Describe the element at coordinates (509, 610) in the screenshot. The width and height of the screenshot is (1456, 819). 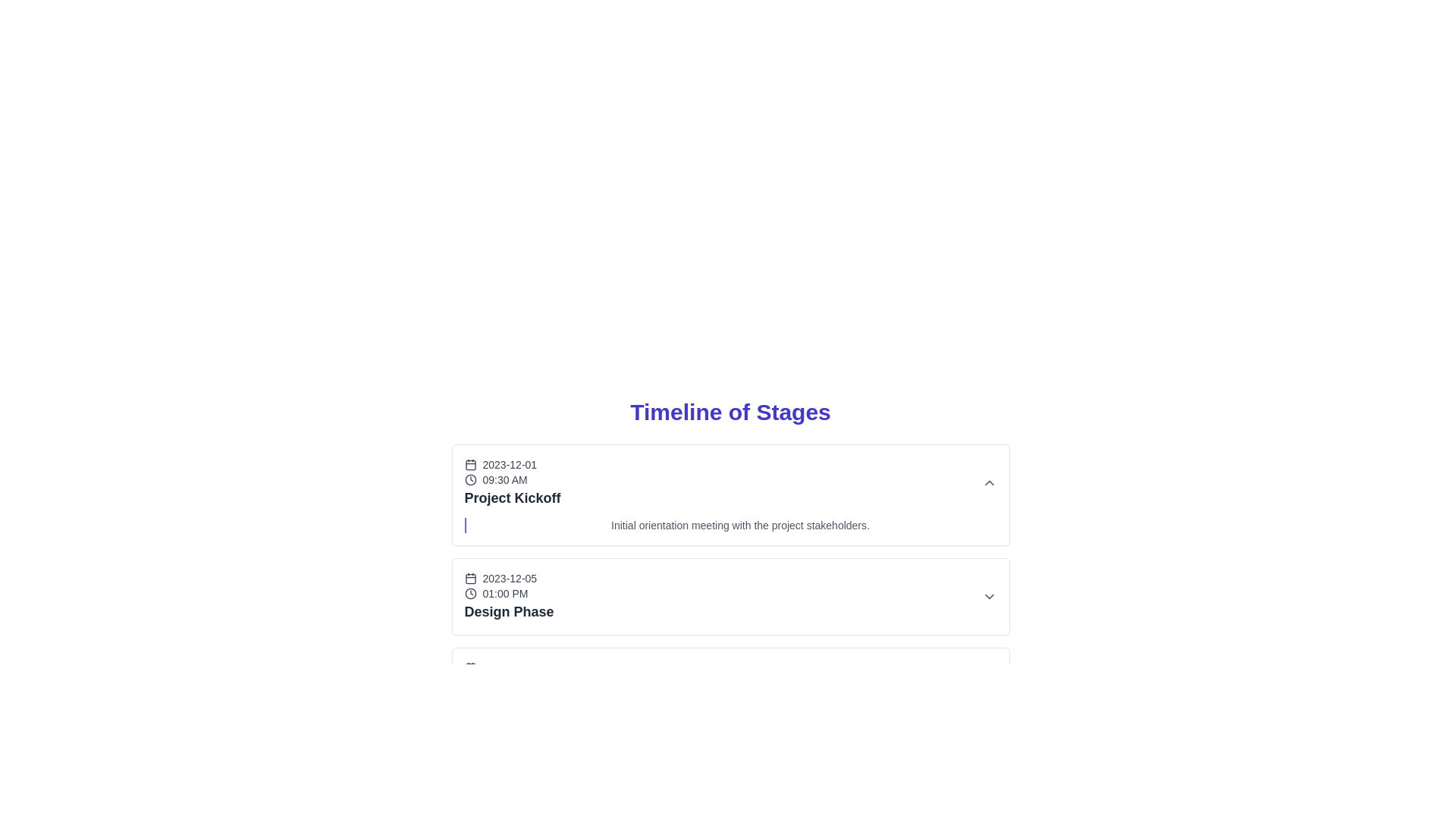
I see `the Text Label or Heading at the bottom of the group for the event on '2023-12-05' at '01:00 PM', which summarizes the event's purpose or title` at that location.